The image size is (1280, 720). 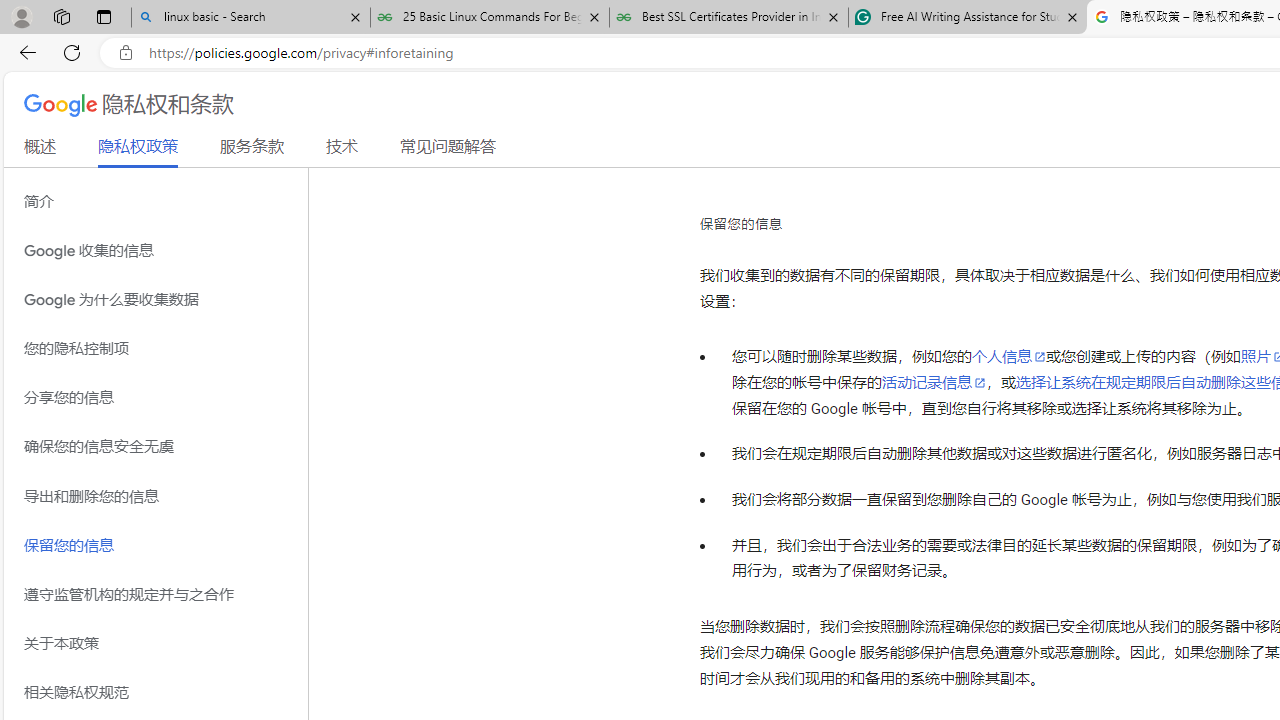 What do you see at coordinates (249, 17) in the screenshot?
I see `'linux basic - Search'` at bounding box center [249, 17].